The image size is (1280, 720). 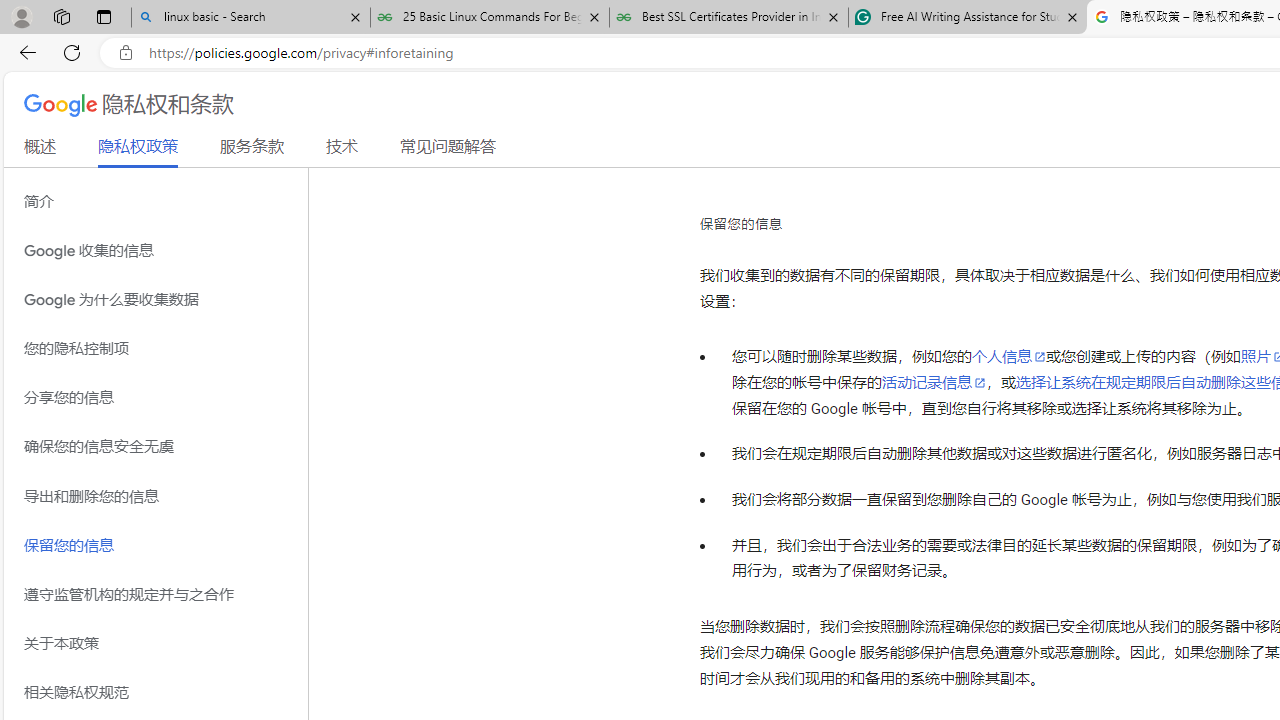 What do you see at coordinates (249, 17) in the screenshot?
I see `'linux basic - Search'` at bounding box center [249, 17].